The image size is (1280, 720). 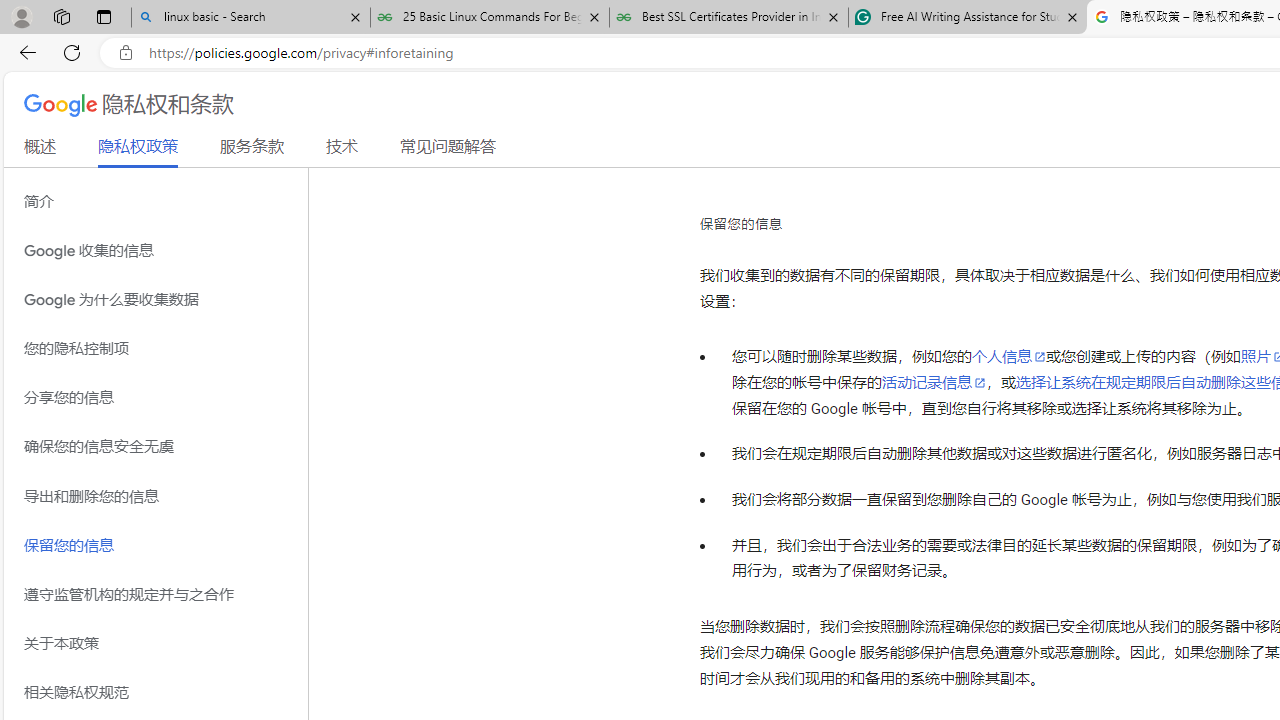 What do you see at coordinates (249, 17) in the screenshot?
I see `'linux basic - Search'` at bounding box center [249, 17].